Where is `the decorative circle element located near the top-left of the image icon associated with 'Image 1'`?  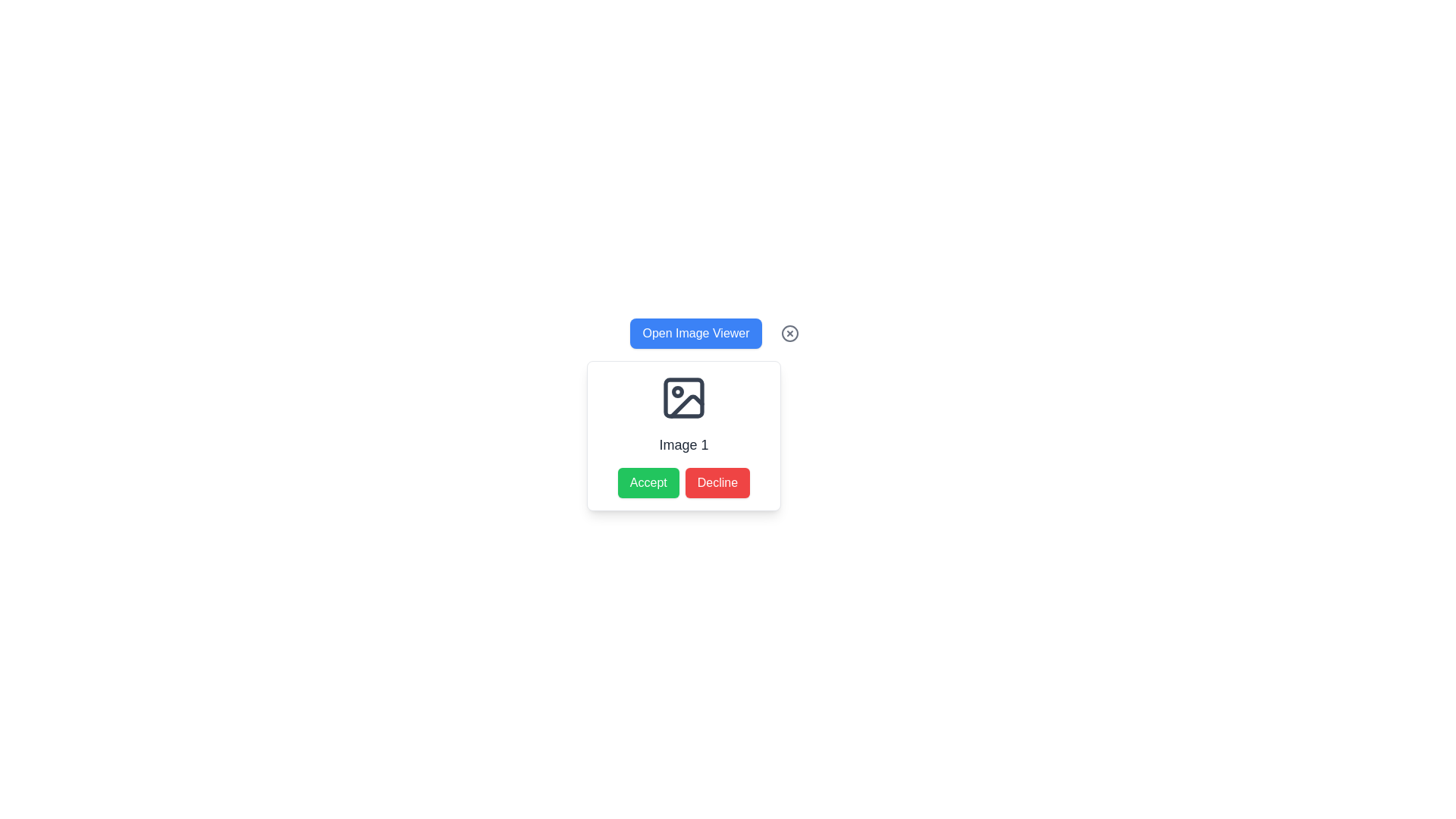
the decorative circle element located near the top-left of the image icon associated with 'Image 1' is located at coordinates (676, 391).